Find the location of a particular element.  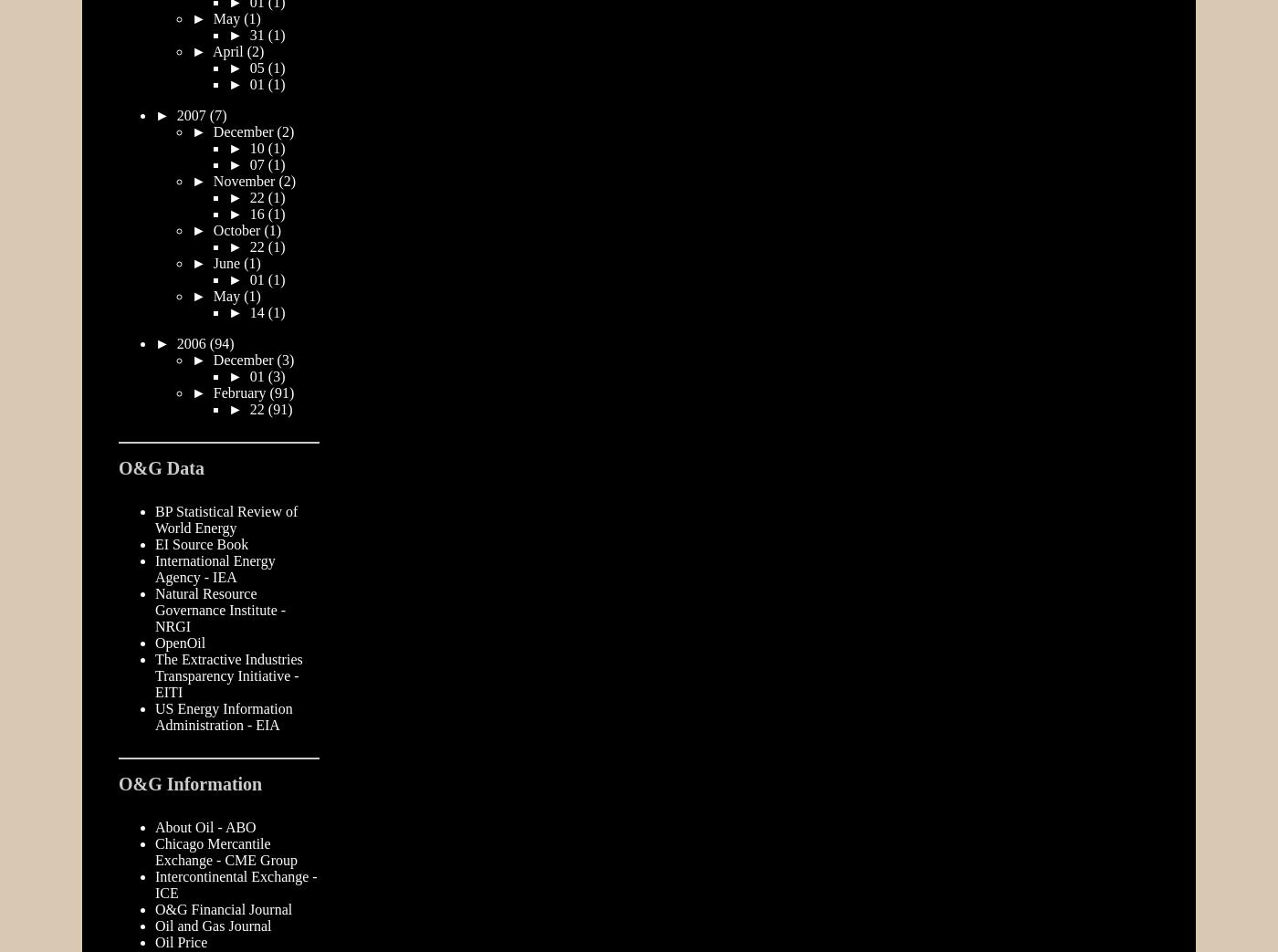

'International Energy Agency - IEA' is located at coordinates (214, 567).